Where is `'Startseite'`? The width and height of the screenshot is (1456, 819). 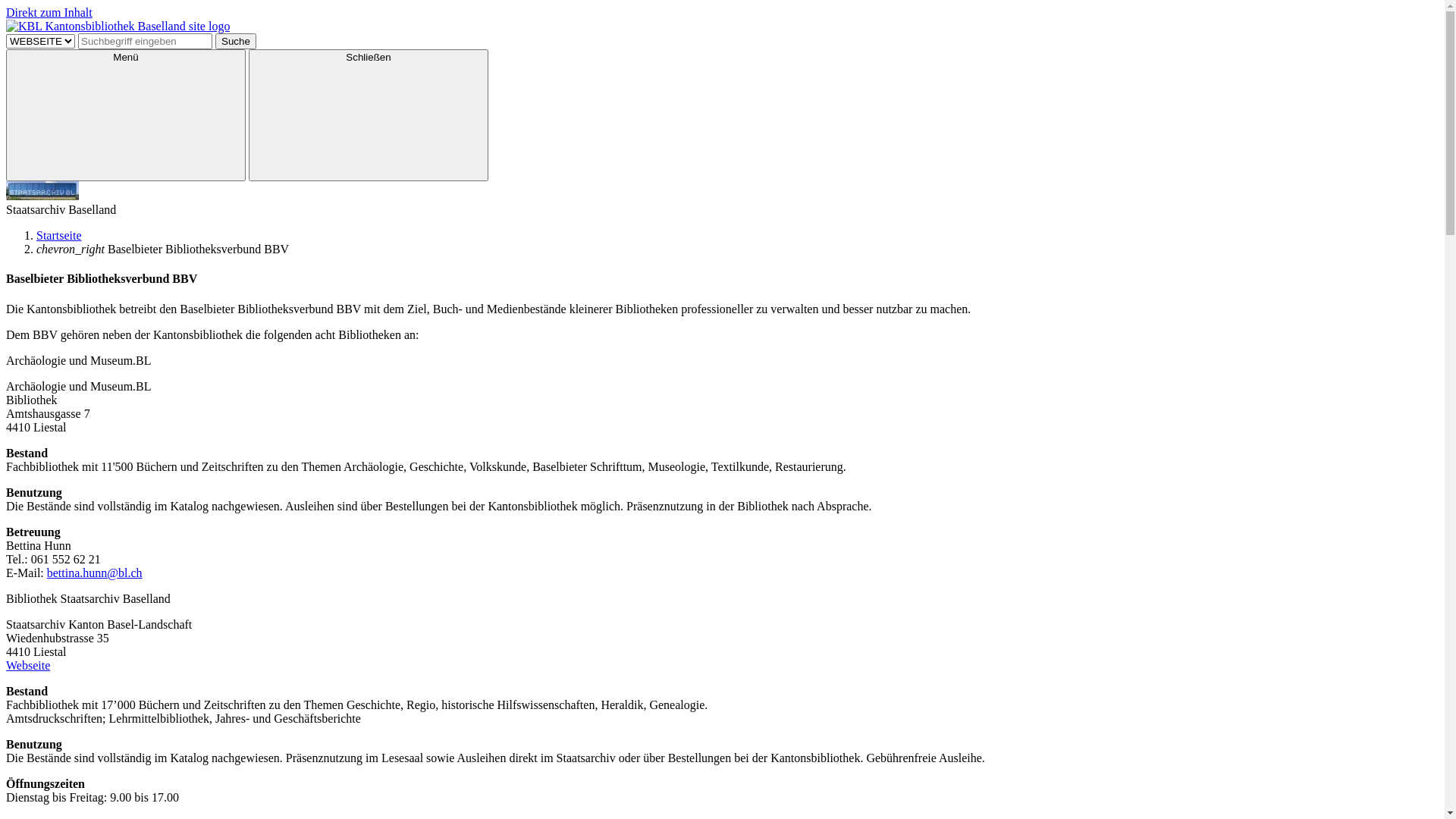 'Startseite' is located at coordinates (36, 235).